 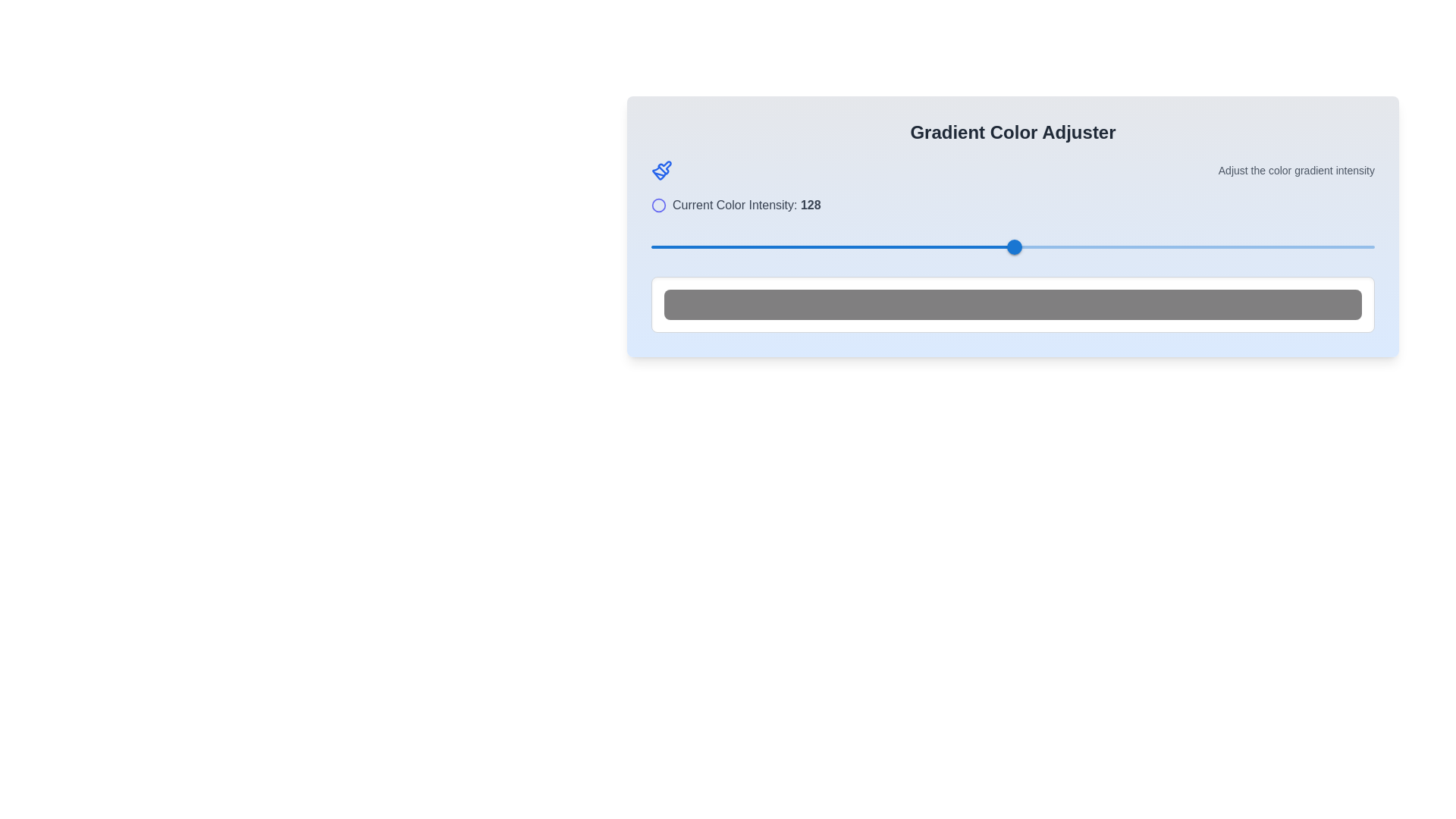 I want to click on the gradient color intensity, so click(x=934, y=246).